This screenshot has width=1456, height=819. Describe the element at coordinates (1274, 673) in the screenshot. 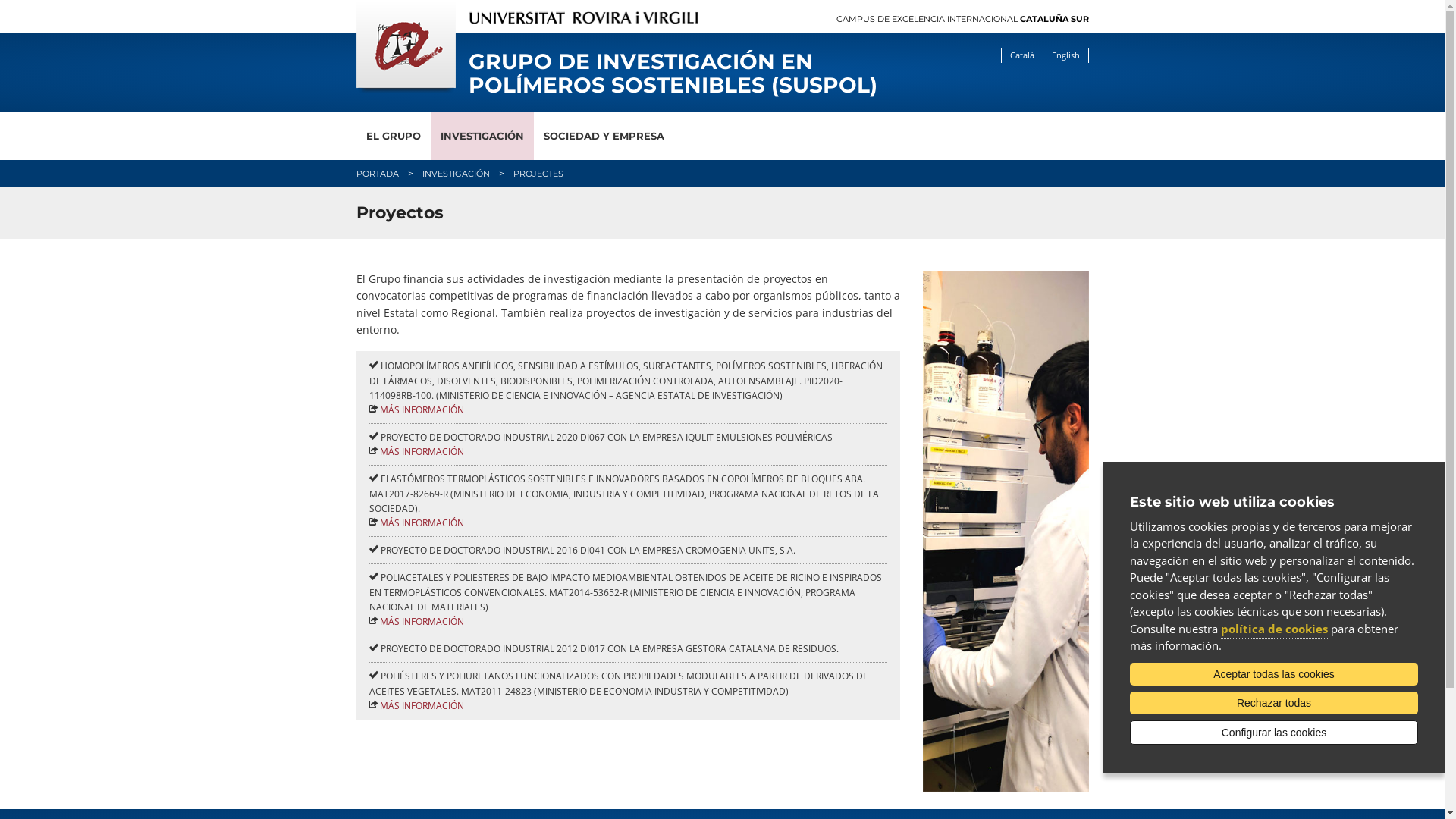

I see `'Aceptar todas las cookies'` at that location.